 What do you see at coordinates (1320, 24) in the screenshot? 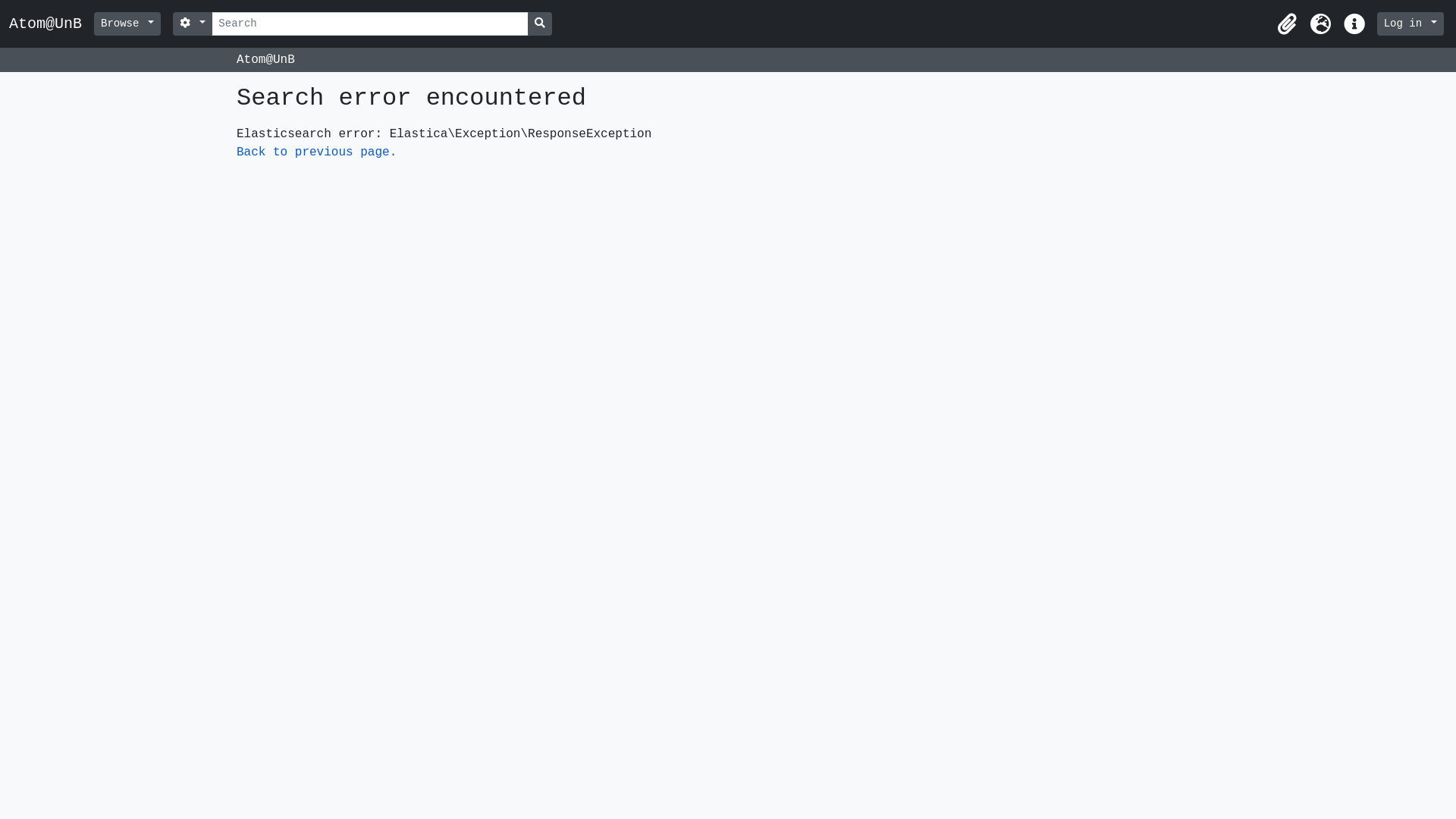
I see `'Language'` at bounding box center [1320, 24].